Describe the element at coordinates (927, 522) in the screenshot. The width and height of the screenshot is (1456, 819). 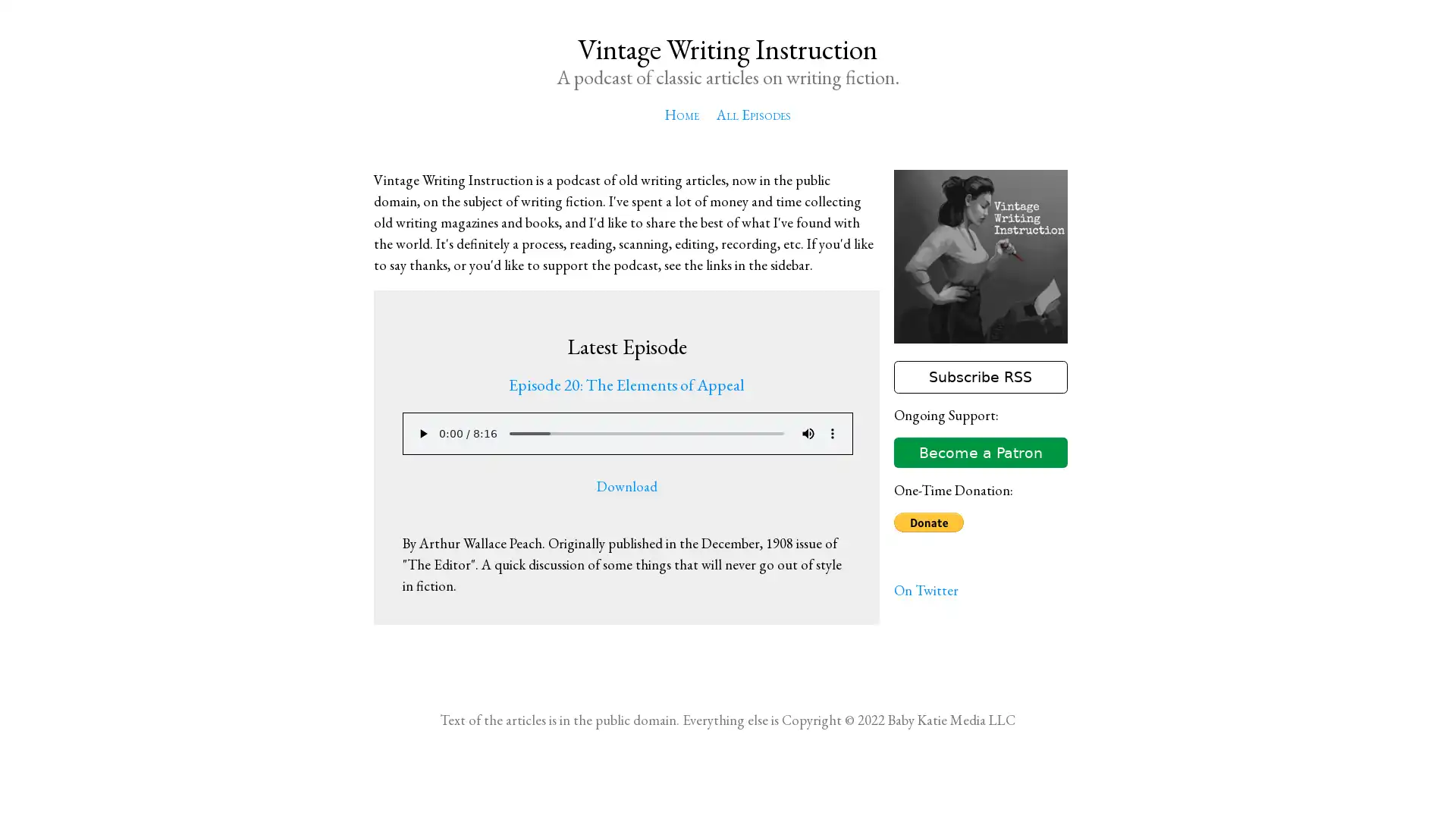
I see `Donate with PayPal button` at that location.